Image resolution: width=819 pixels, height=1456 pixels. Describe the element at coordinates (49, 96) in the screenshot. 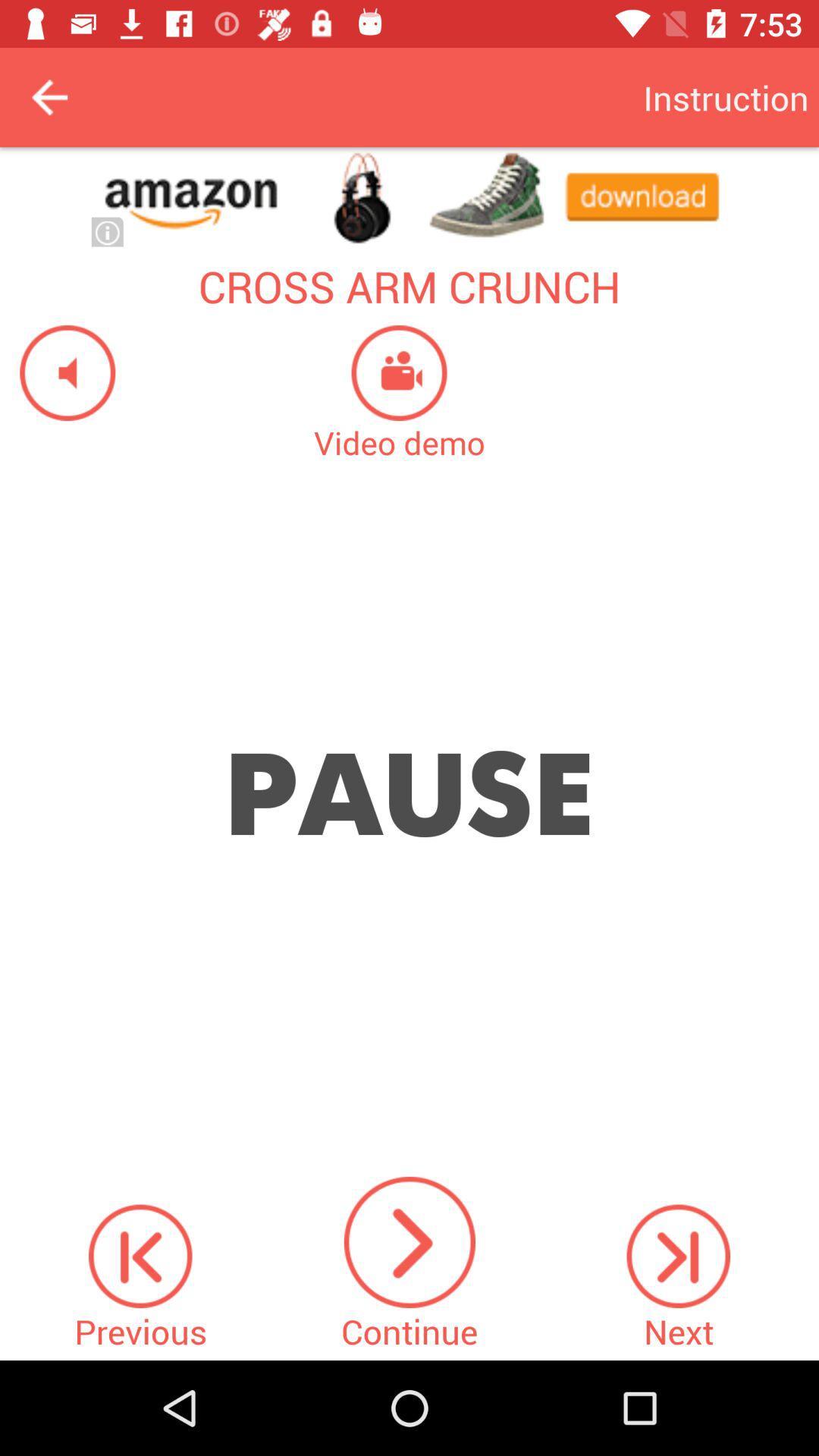

I see `back button` at that location.